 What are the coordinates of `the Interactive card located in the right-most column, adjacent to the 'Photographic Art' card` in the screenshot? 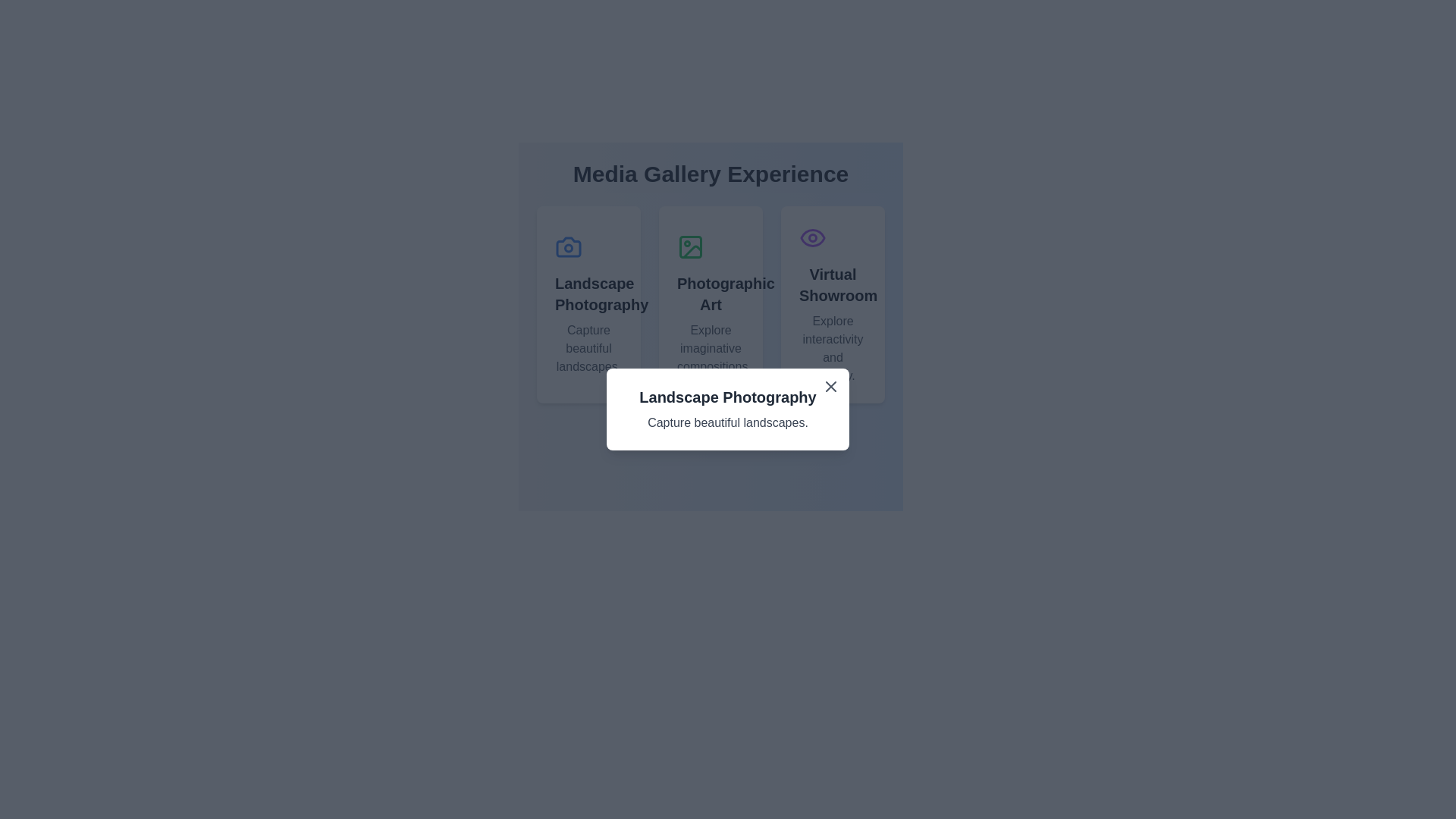 It's located at (832, 304).